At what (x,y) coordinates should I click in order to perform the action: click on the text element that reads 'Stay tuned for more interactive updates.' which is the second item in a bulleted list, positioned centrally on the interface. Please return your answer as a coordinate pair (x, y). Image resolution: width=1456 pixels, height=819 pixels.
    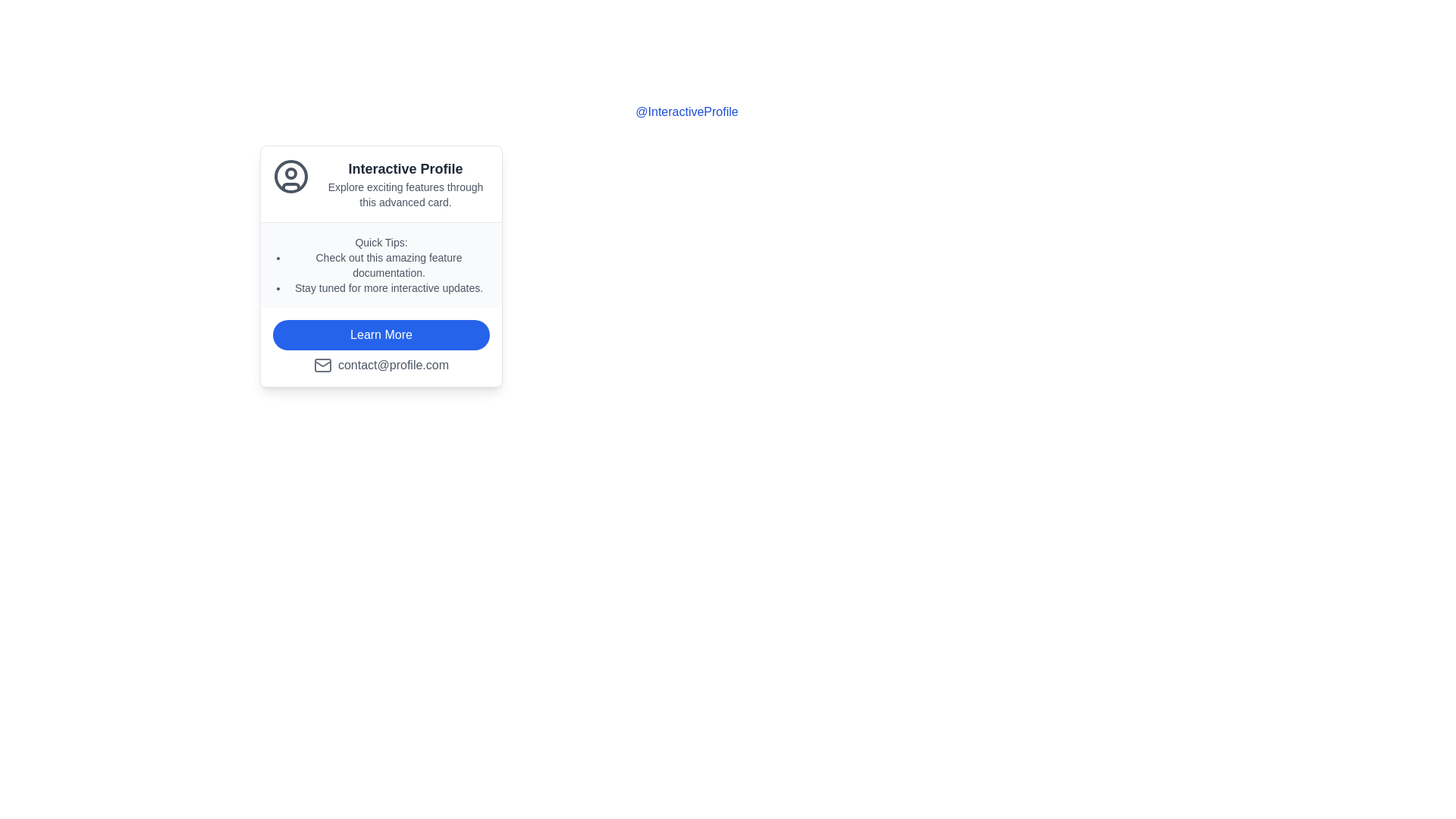
    Looking at the image, I should click on (389, 288).